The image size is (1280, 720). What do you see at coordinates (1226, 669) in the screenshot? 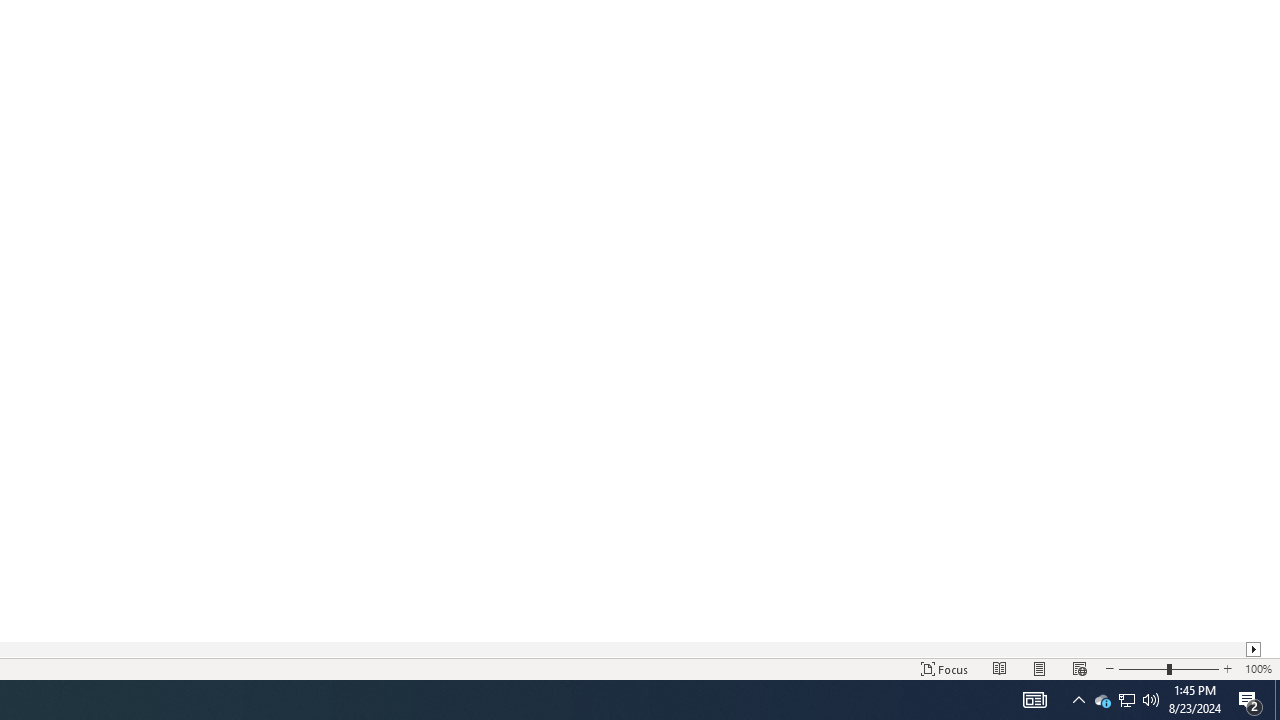
I see `'Zoom In'` at bounding box center [1226, 669].